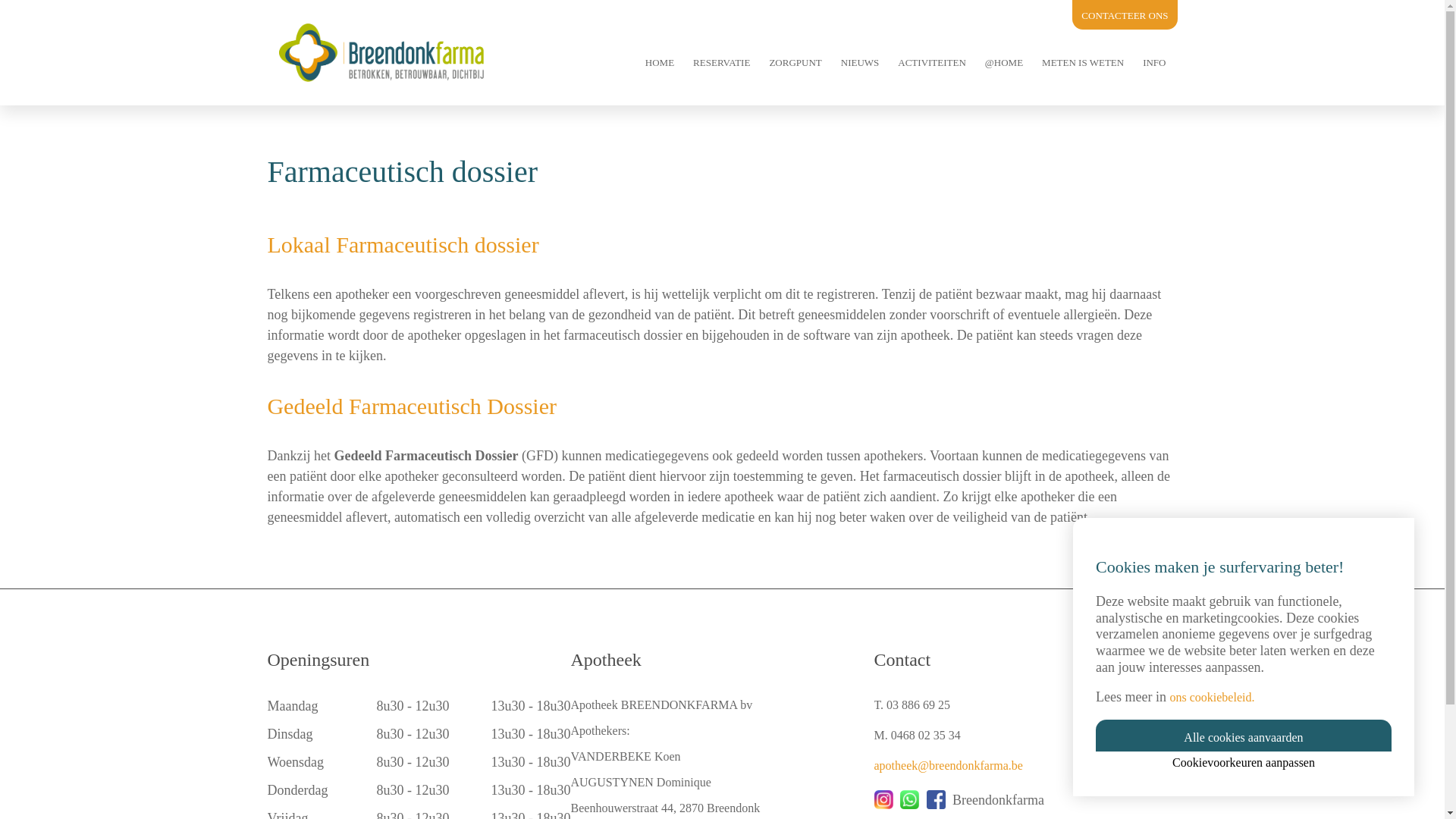  What do you see at coordinates (1153, 61) in the screenshot?
I see `'INFO'` at bounding box center [1153, 61].